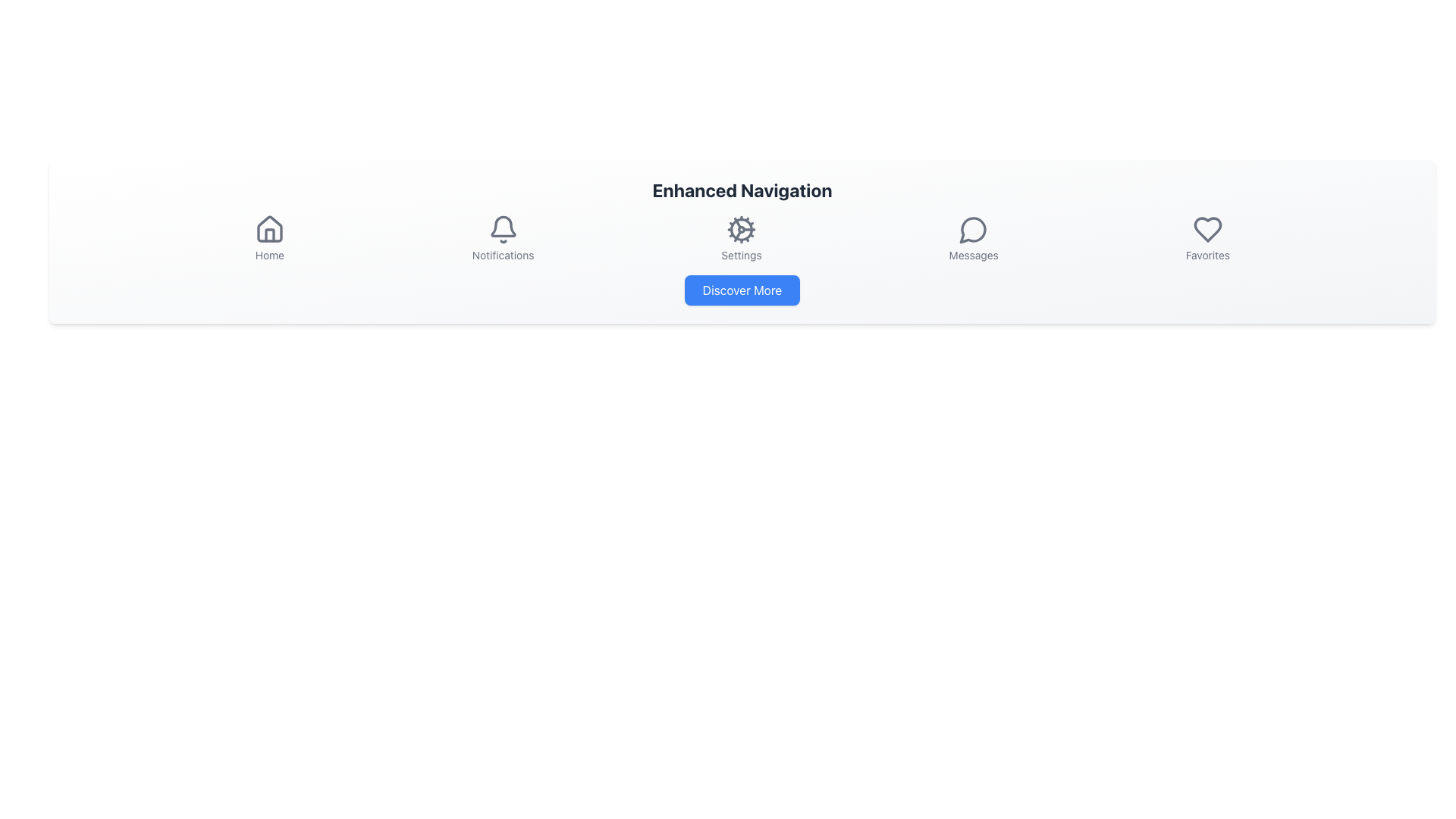 The height and width of the screenshot is (819, 1456). Describe the element at coordinates (1207, 230) in the screenshot. I see `the heart-shaped icon representing the 'Favorites' option` at that location.